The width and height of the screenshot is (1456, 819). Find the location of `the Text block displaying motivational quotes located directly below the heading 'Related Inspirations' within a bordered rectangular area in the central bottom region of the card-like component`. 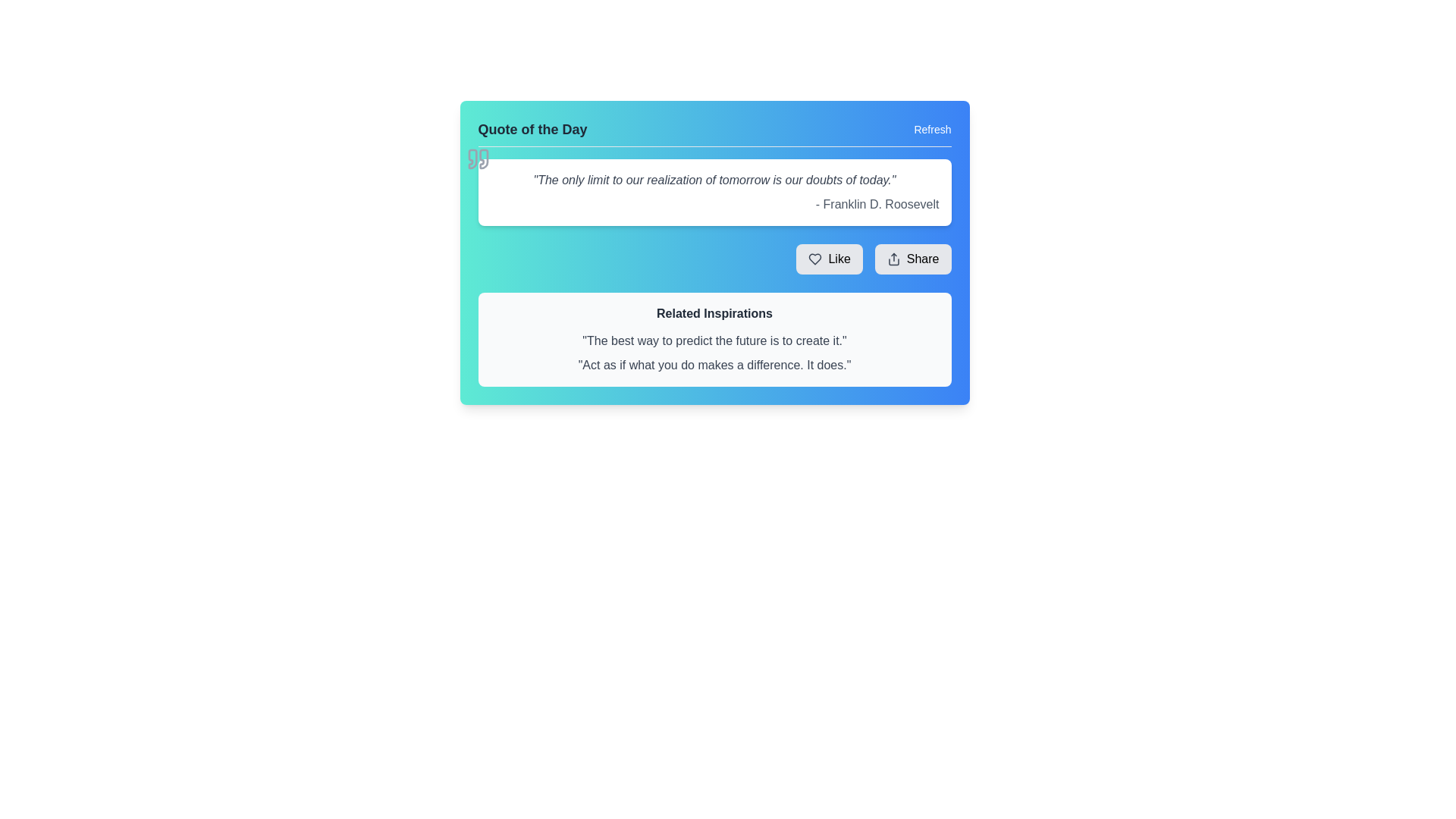

the Text block displaying motivational quotes located directly below the heading 'Related Inspirations' within a bordered rectangular area in the central bottom region of the card-like component is located at coordinates (714, 353).